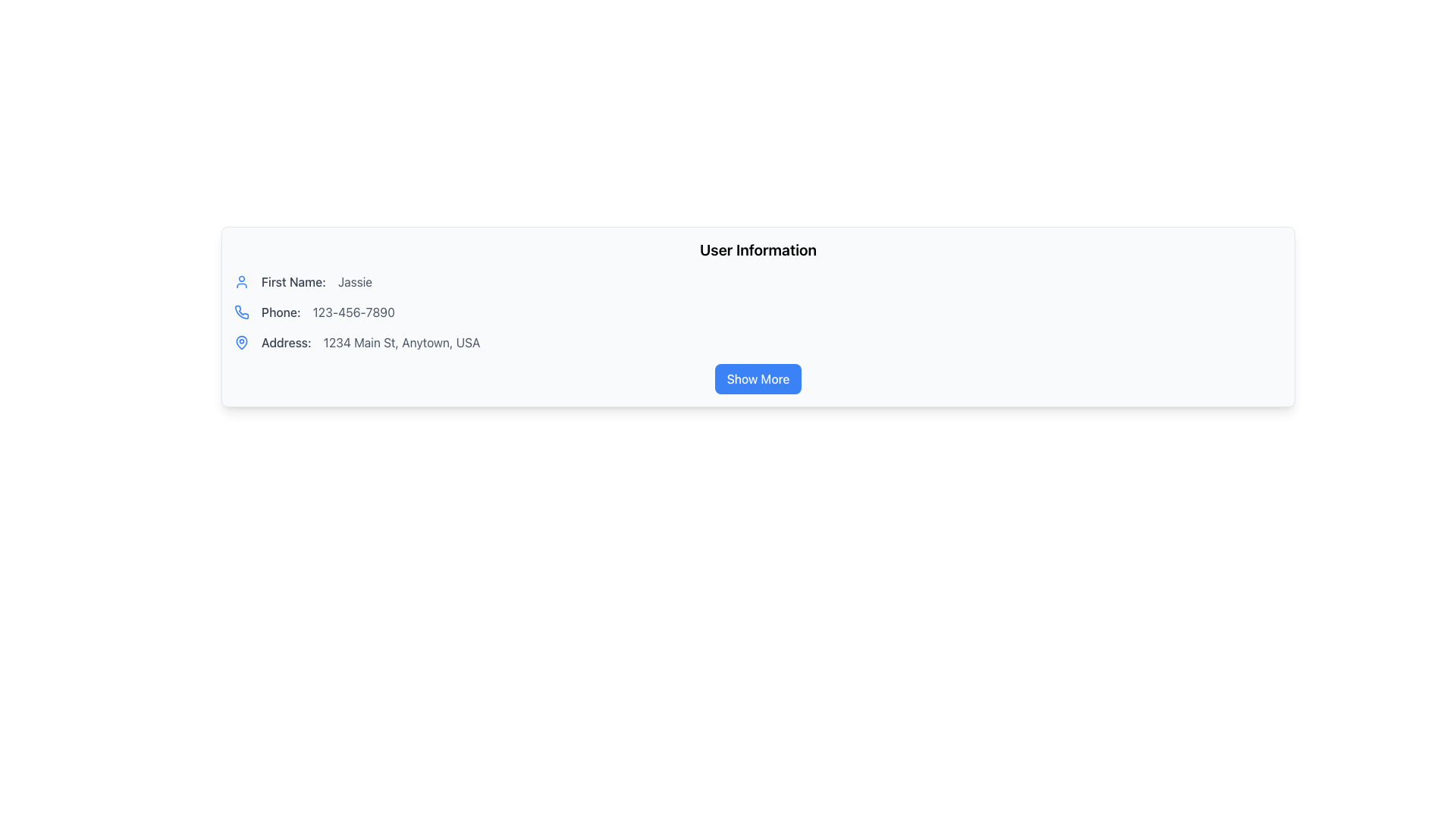 The width and height of the screenshot is (1456, 819). Describe the element at coordinates (758, 378) in the screenshot. I see `the button located in the lower portion of the 'User Information' section` at that location.